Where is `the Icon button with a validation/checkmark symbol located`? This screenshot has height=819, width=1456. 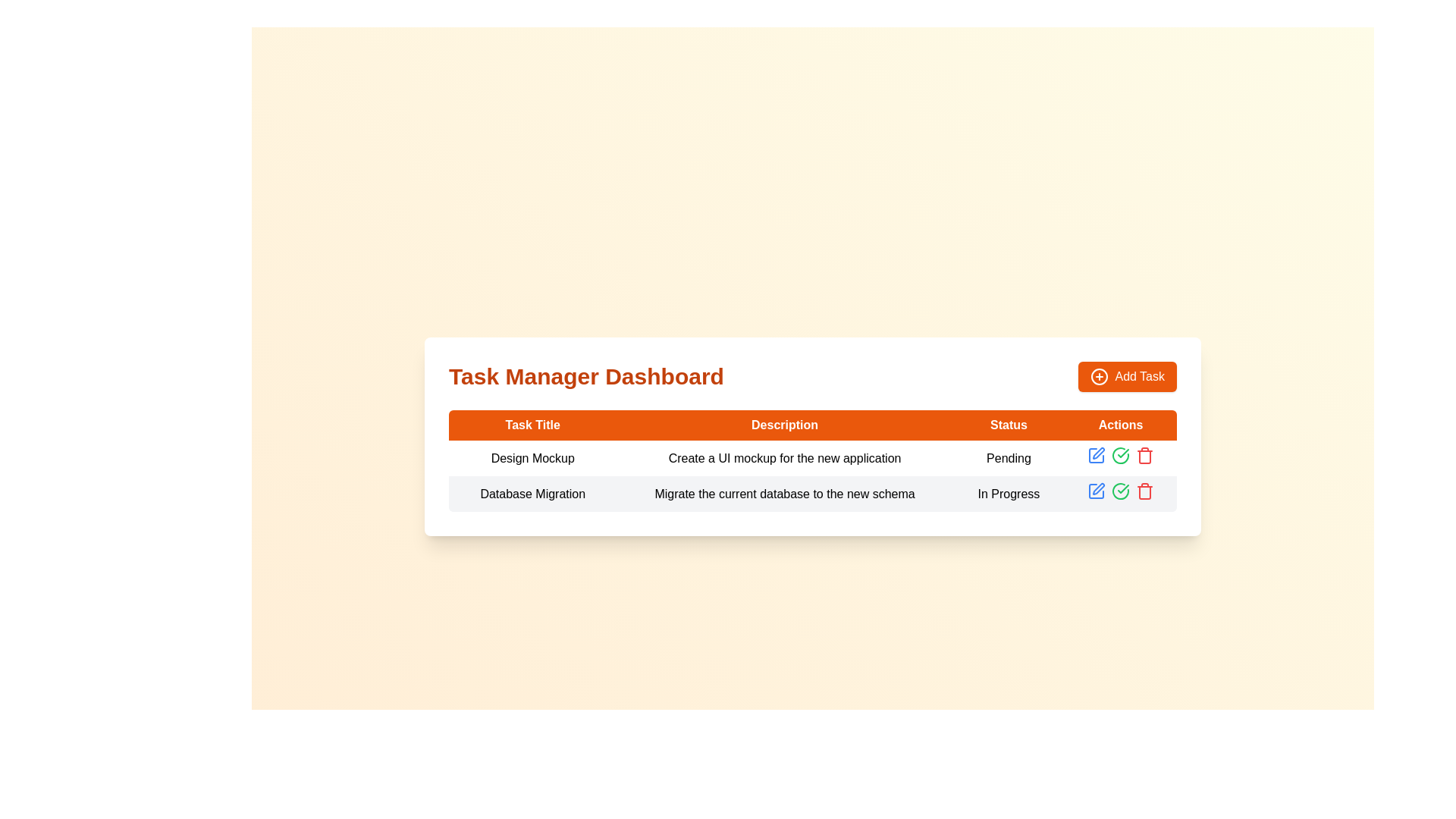 the Icon button with a validation/checkmark symbol located is located at coordinates (1121, 494).